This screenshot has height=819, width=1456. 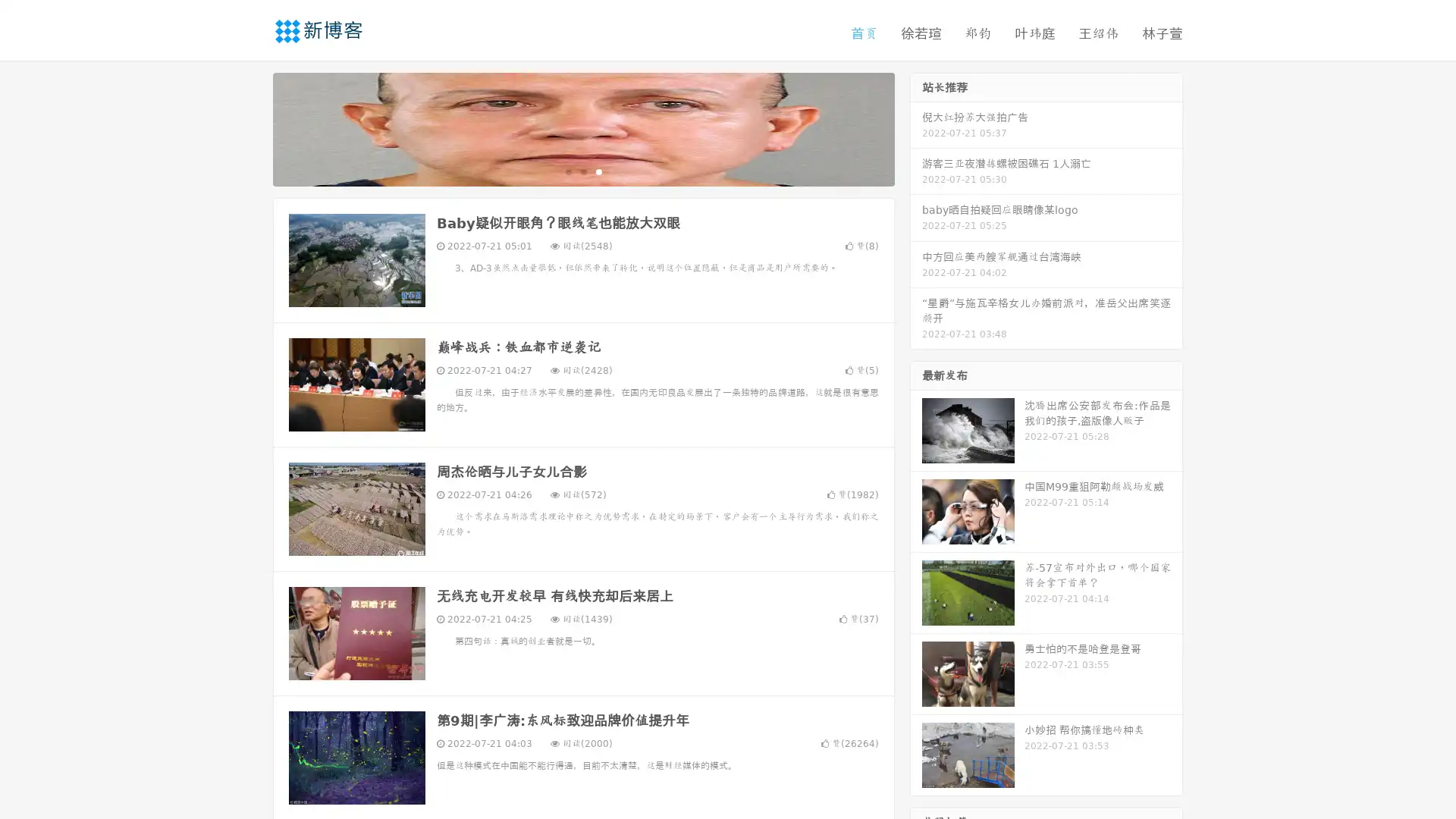 I want to click on Previous slide, so click(x=250, y=127).